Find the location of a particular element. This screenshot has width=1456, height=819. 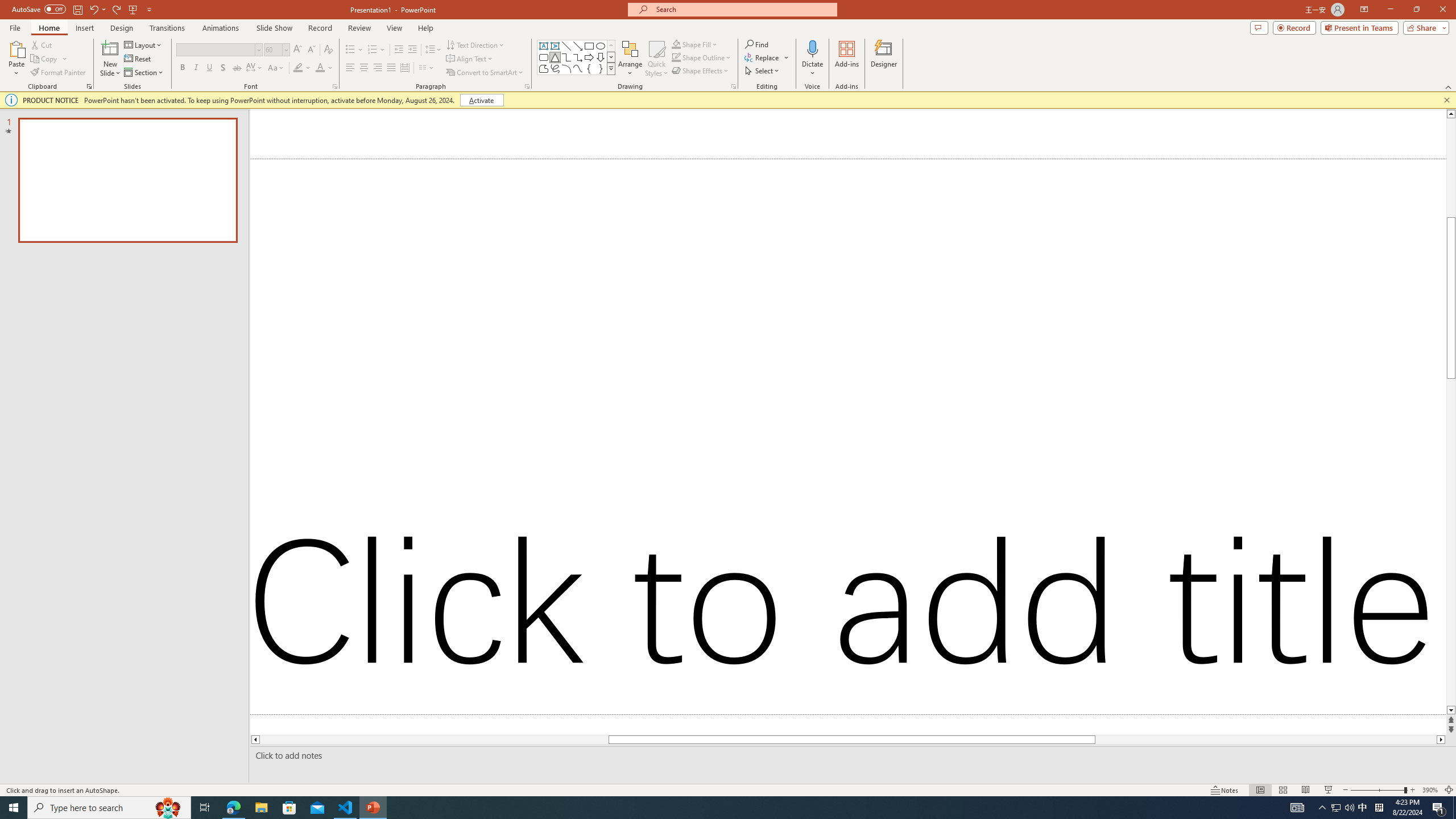

'Clear Formatting' is located at coordinates (328, 49).